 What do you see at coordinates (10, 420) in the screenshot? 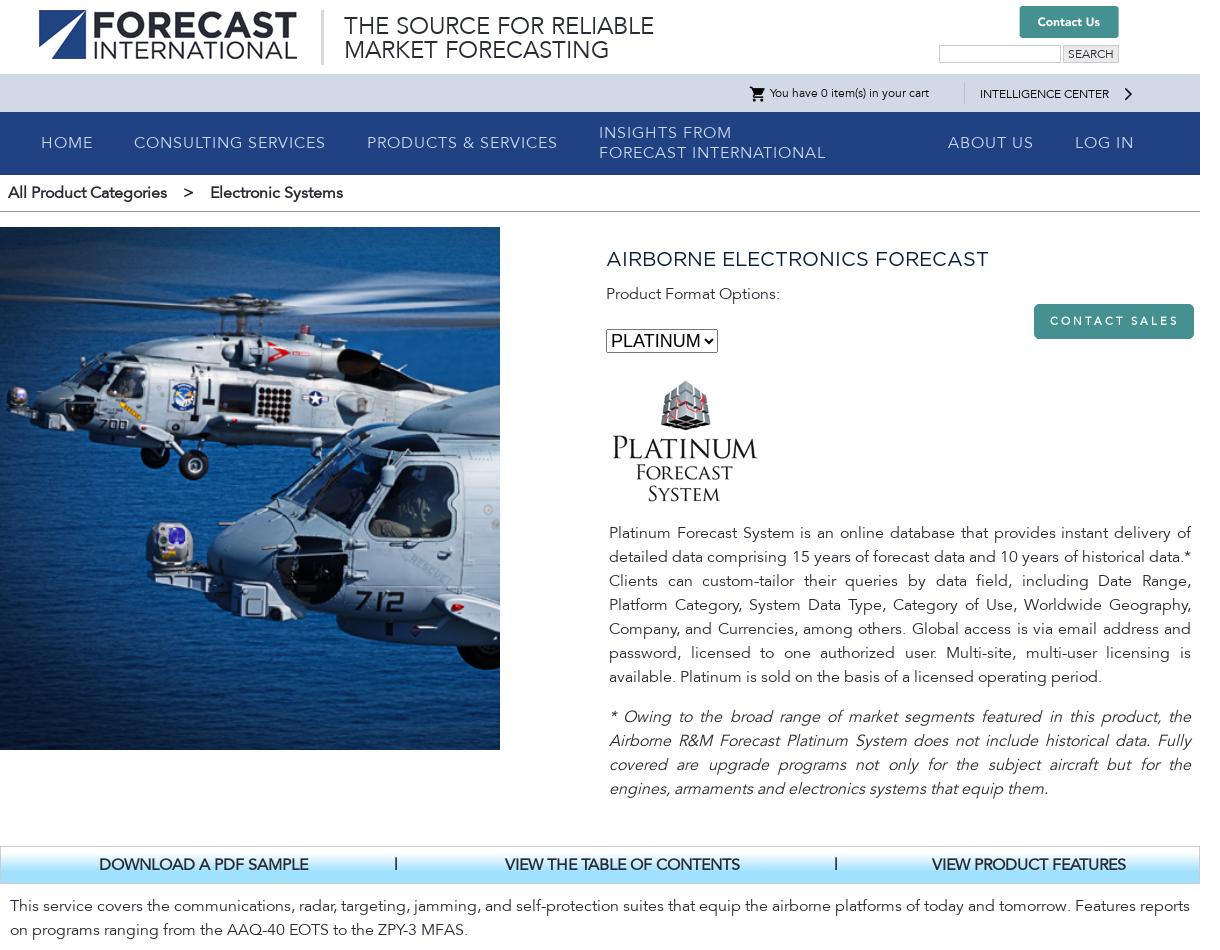
I see `'newsletter providing the latest news on your market of interest.  A sampling of featured articles is sent twice weekly to your email address.
An unmatched value.'` at bounding box center [10, 420].